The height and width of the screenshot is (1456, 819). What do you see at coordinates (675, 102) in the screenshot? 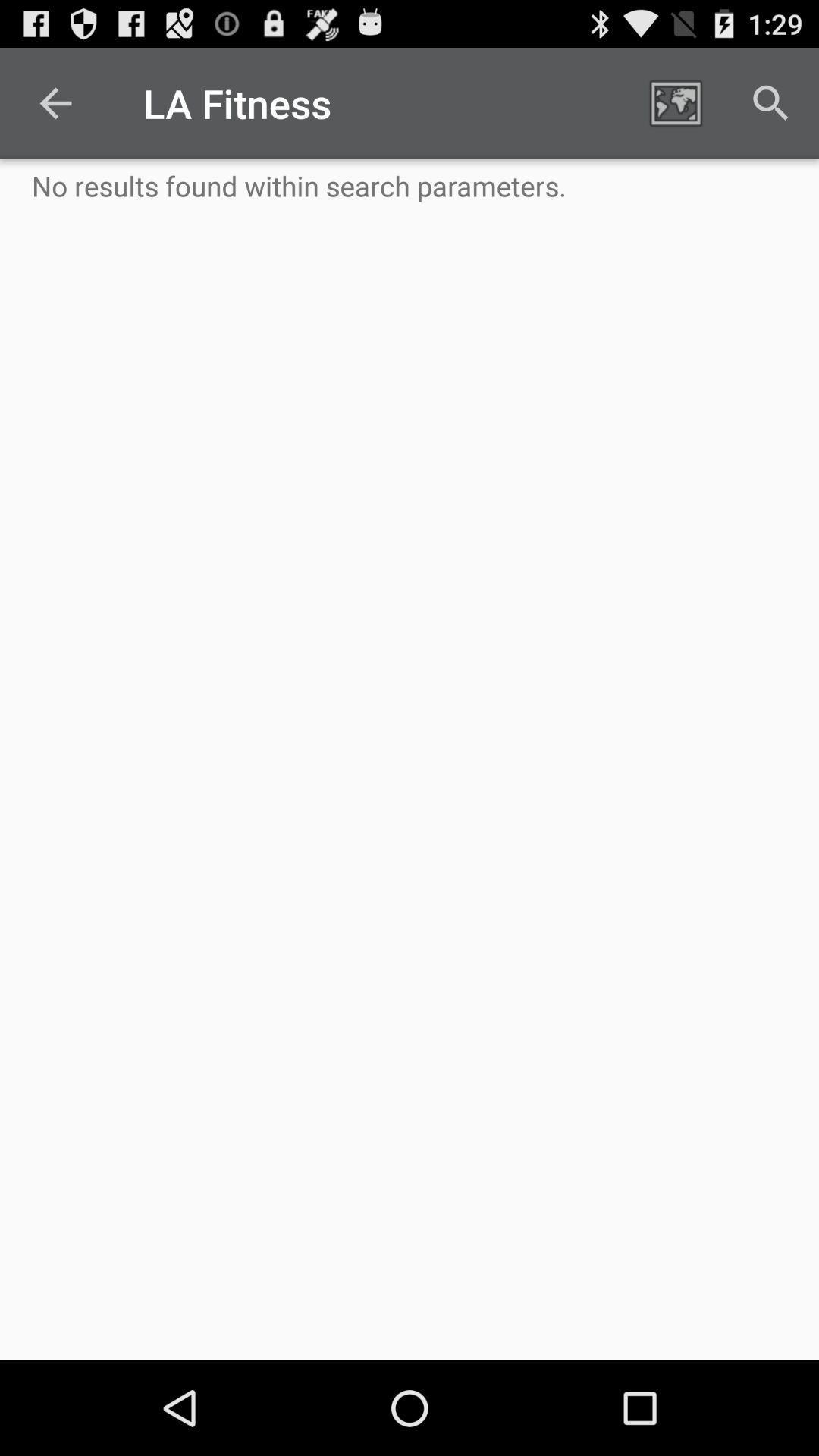
I see `the icon next to la fitness` at bounding box center [675, 102].